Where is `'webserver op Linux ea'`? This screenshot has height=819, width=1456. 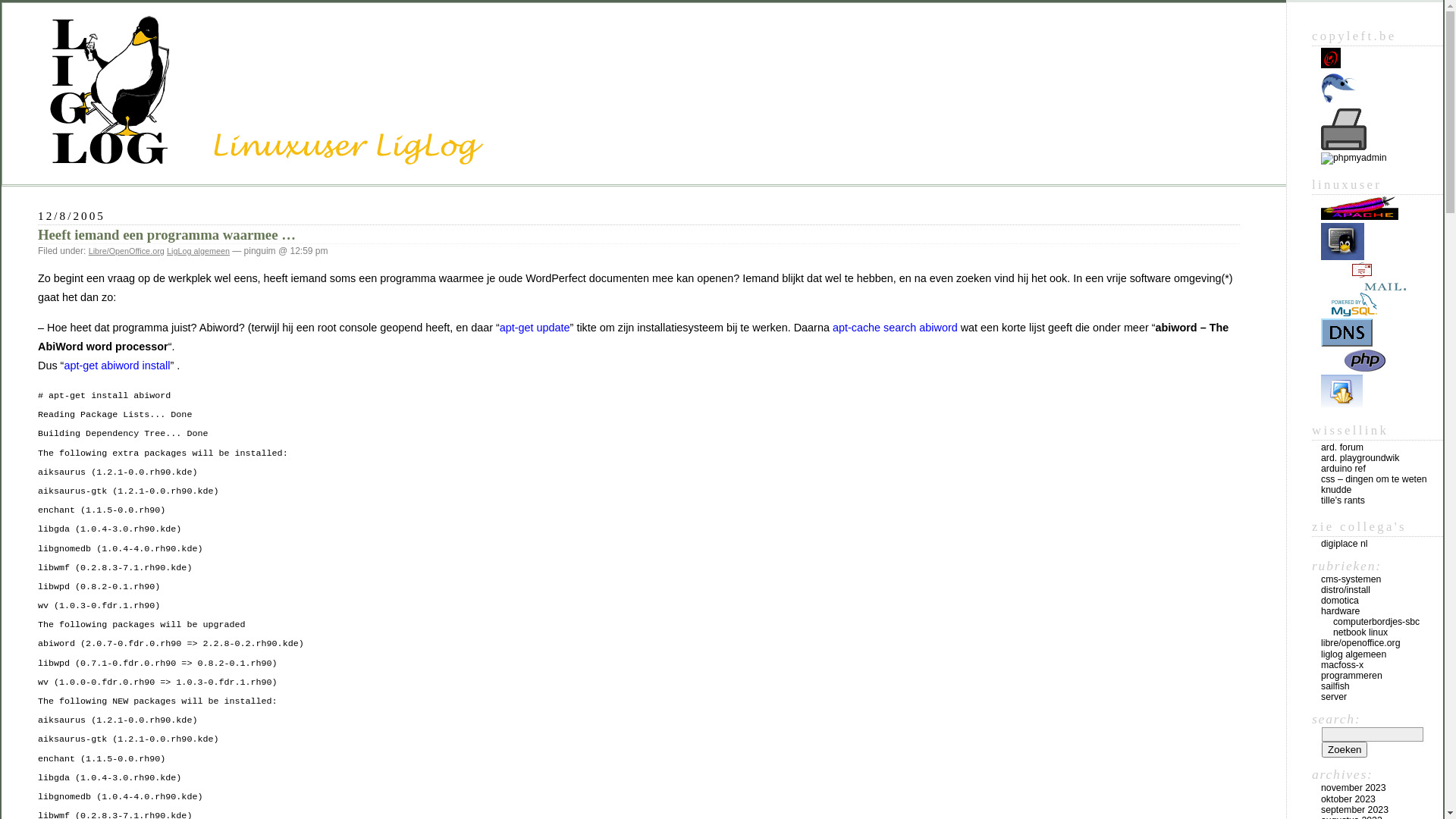 'webserver op Linux ea' is located at coordinates (1360, 216).